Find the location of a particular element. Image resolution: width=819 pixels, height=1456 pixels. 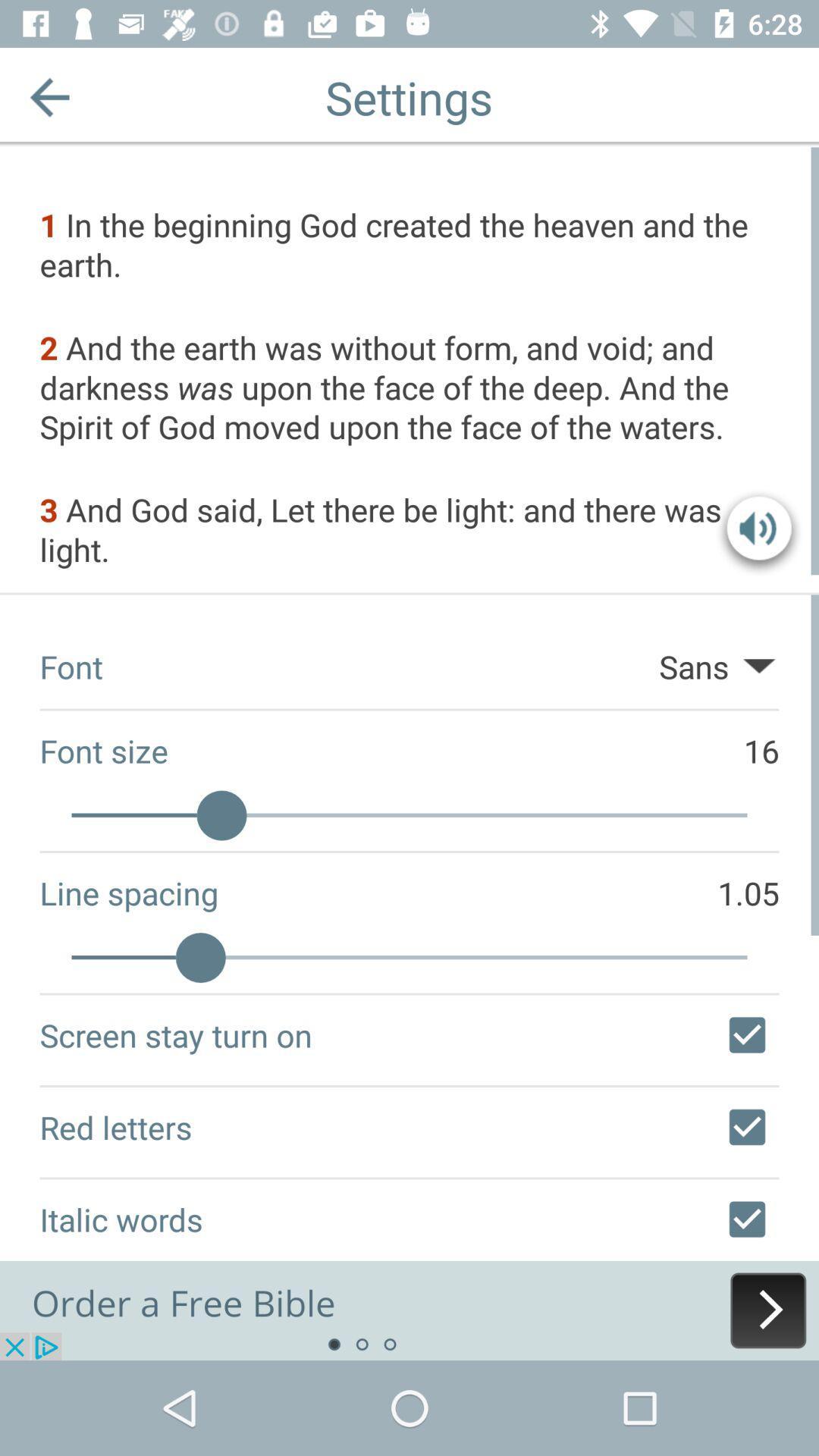

screen stay turn on setting is located at coordinates (746, 1034).